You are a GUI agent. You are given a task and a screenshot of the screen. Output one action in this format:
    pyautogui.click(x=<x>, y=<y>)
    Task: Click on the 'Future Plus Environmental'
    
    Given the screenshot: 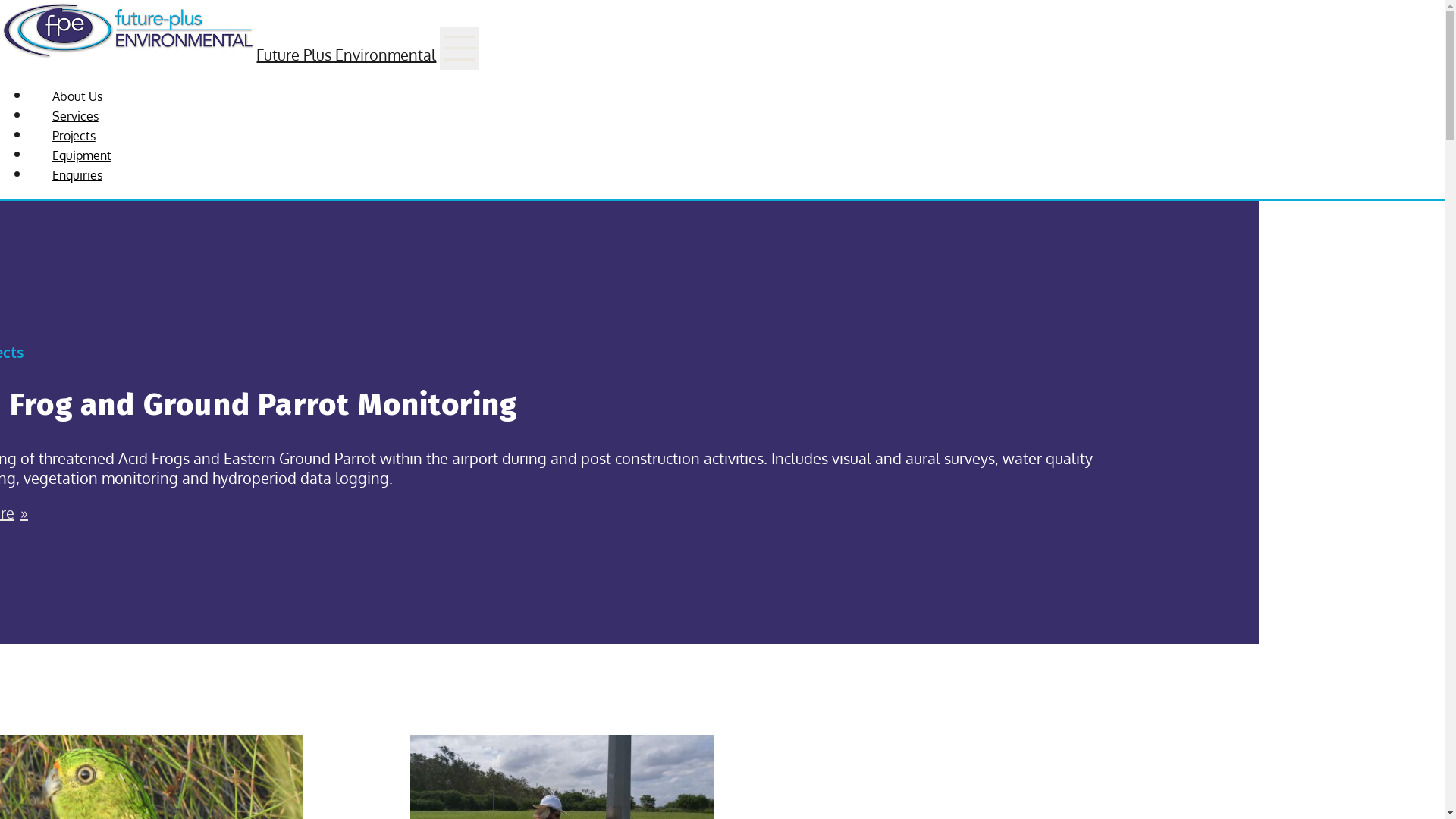 What is the action you would take?
    pyautogui.click(x=217, y=54)
    